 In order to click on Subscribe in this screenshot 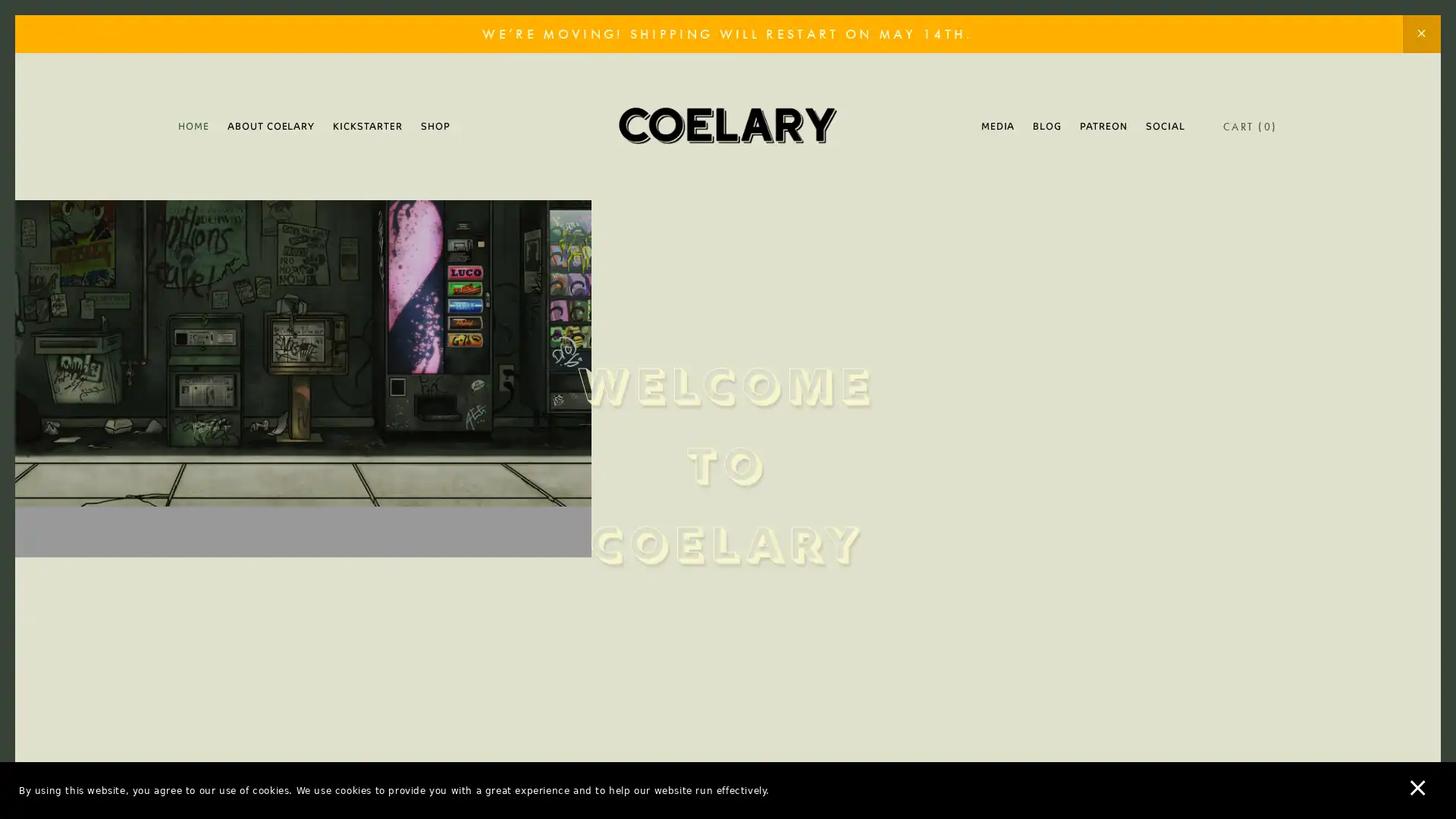, I will do `click(870, 526)`.